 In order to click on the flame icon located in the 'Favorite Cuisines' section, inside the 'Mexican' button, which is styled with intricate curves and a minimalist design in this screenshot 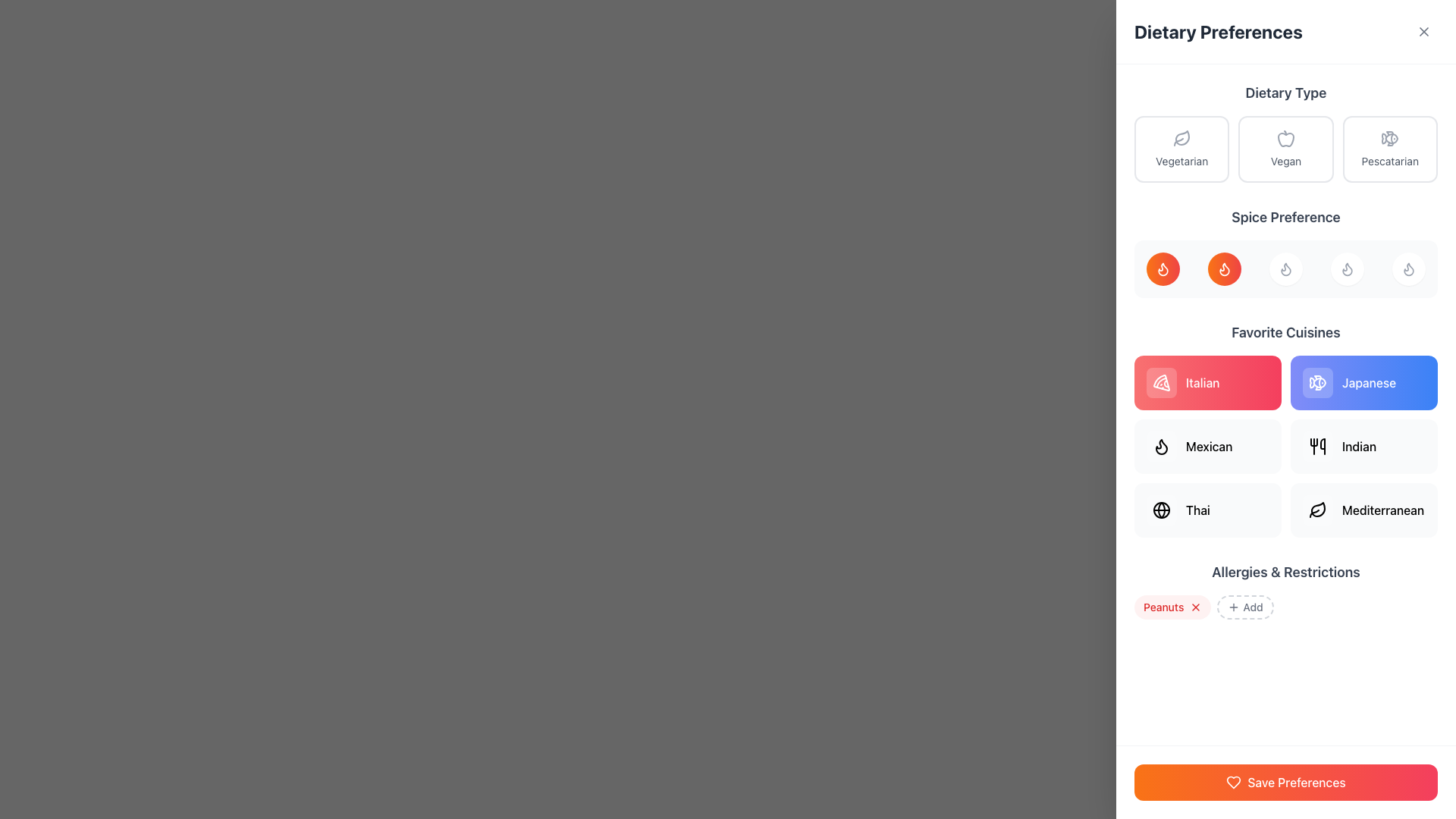, I will do `click(1160, 446)`.